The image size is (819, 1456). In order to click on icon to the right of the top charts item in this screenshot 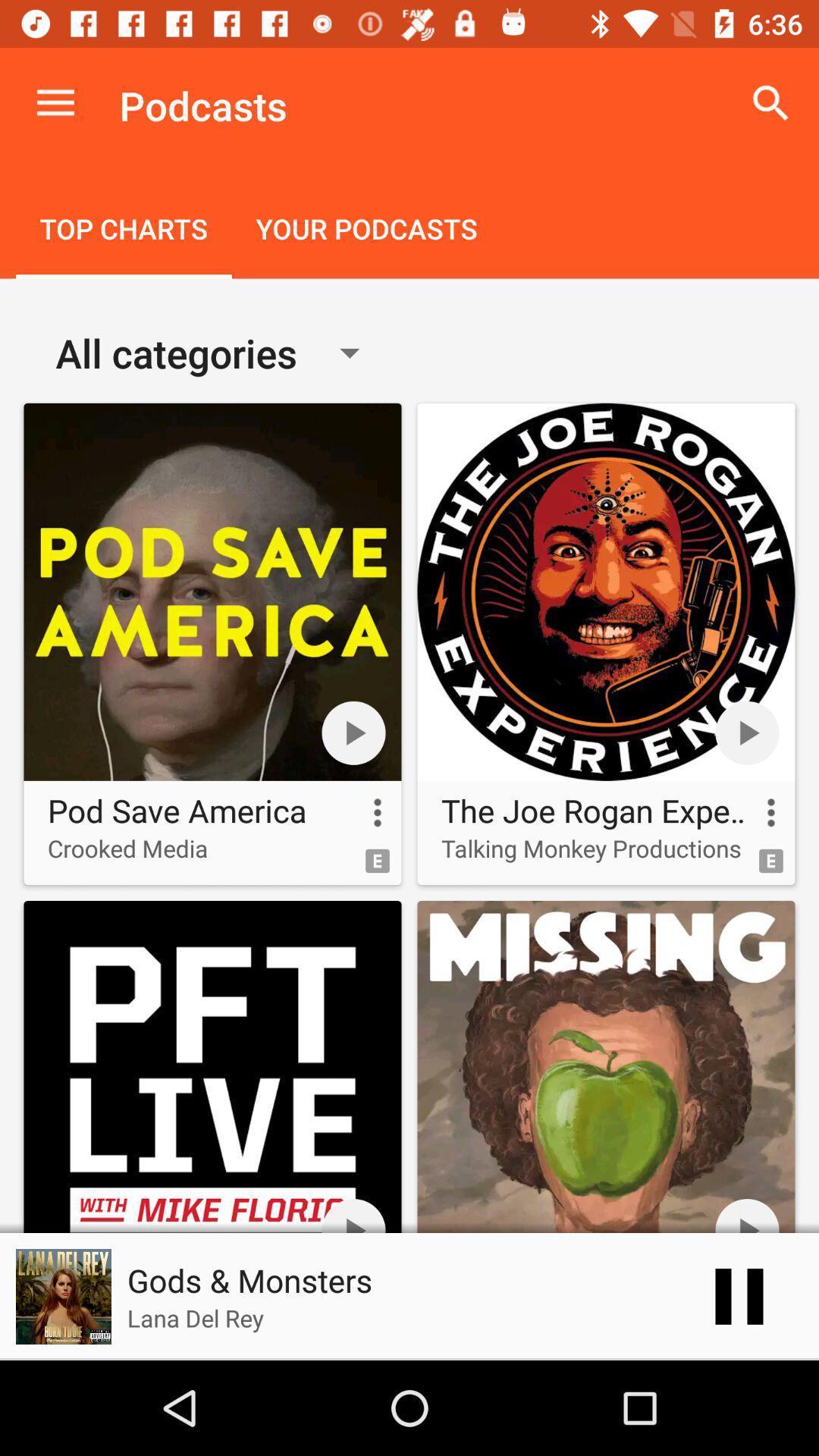, I will do `click(366, 230)`.